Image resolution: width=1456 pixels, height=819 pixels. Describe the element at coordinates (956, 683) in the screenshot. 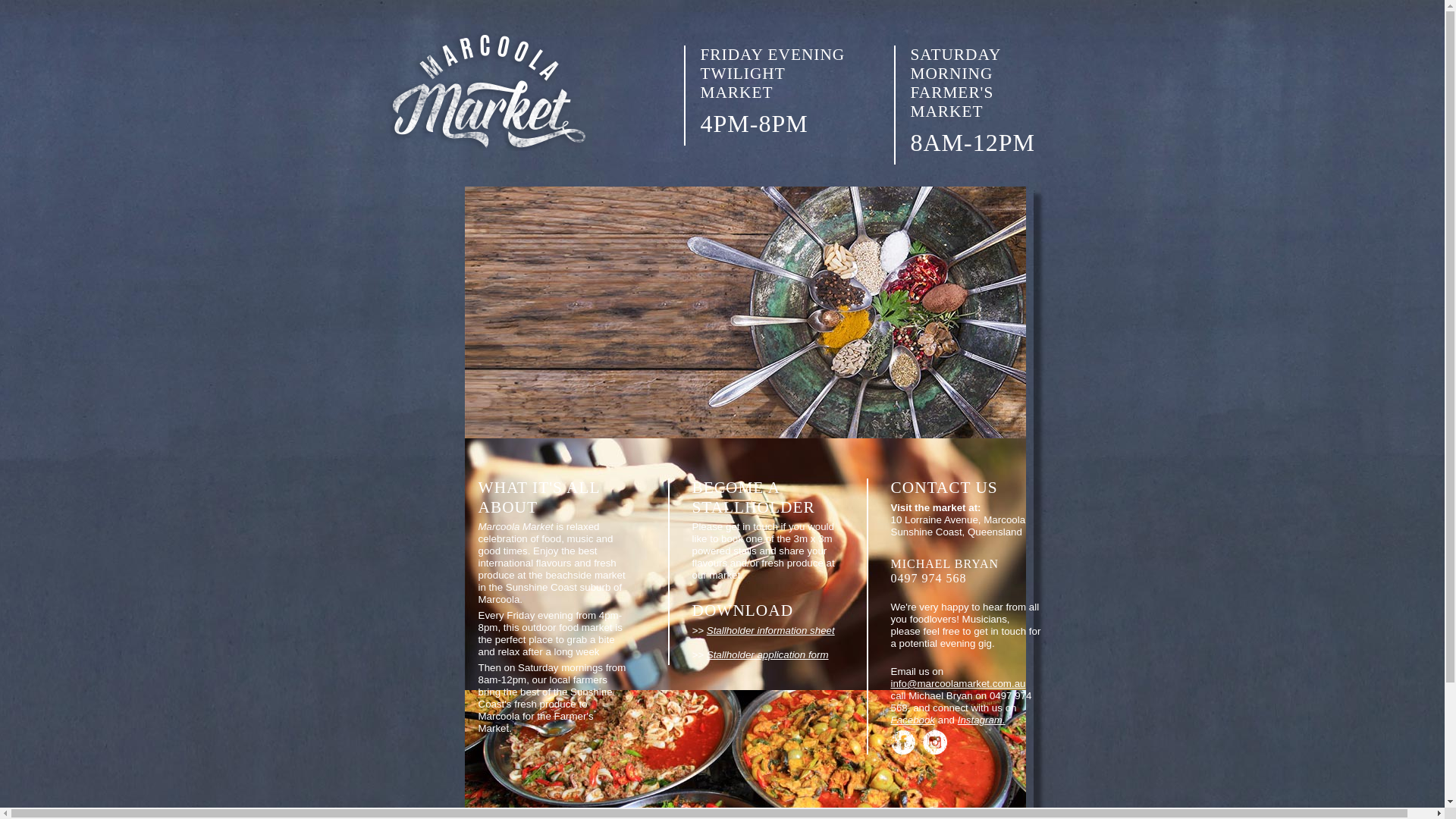

I see `'info@marcoolamarket.com.au'` at that location.